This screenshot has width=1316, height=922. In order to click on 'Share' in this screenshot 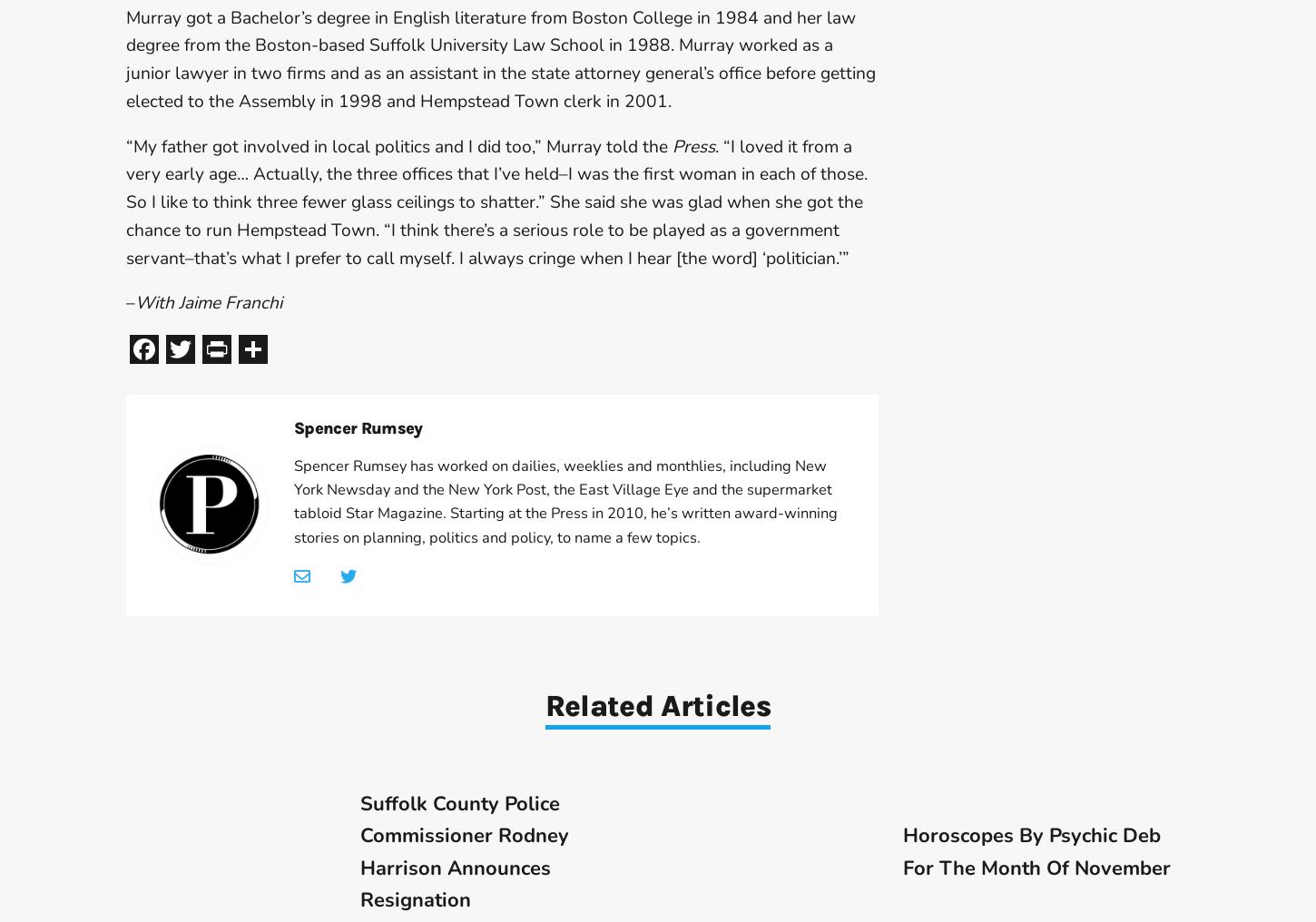, I will do `click(305, 348)`.